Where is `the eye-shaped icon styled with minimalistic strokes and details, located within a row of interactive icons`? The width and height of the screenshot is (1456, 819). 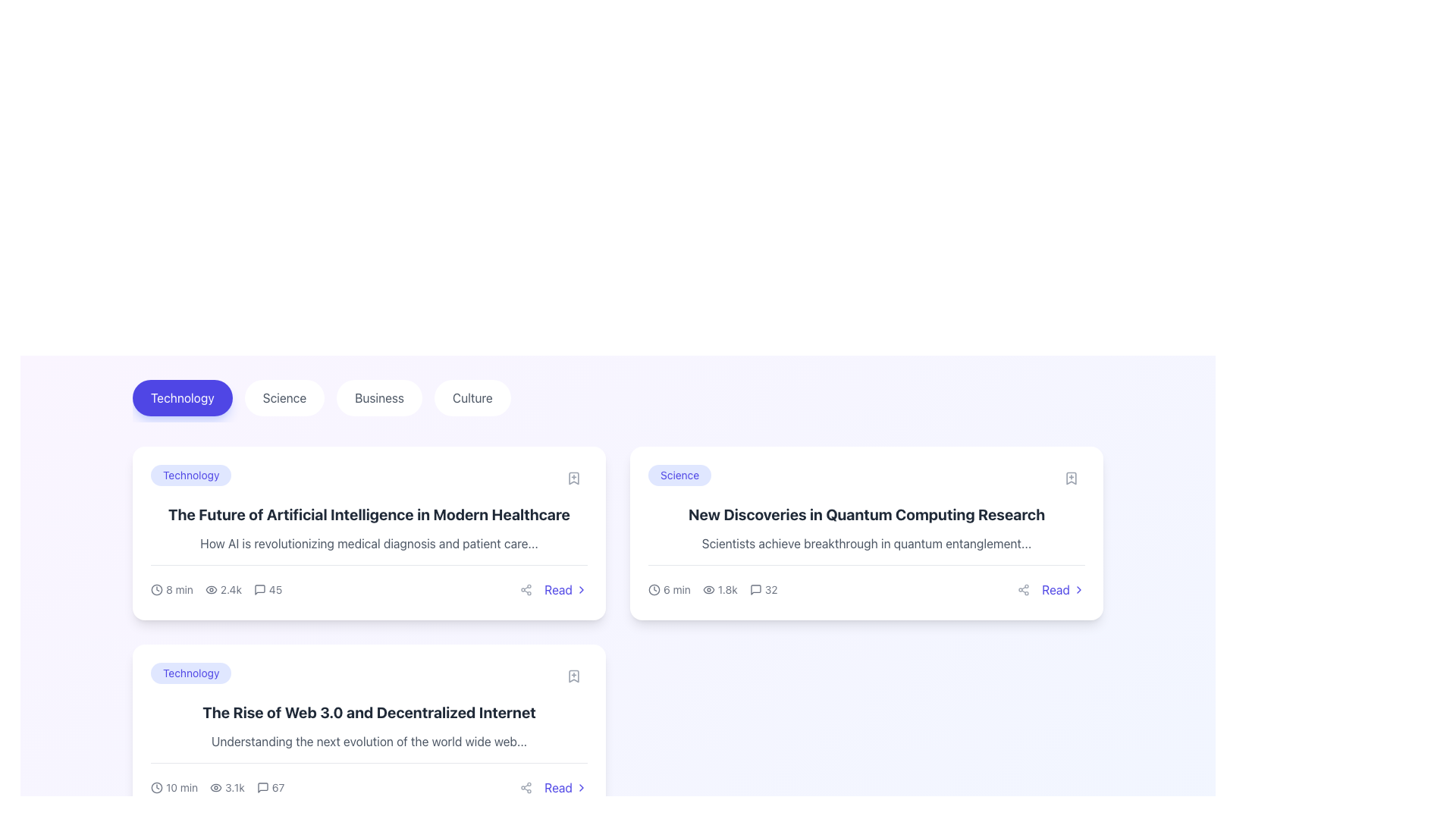 the eye-shaped icon styled with minimalistic strokes and details, located within a row of interactive icons is located at coordinates (215, 786).